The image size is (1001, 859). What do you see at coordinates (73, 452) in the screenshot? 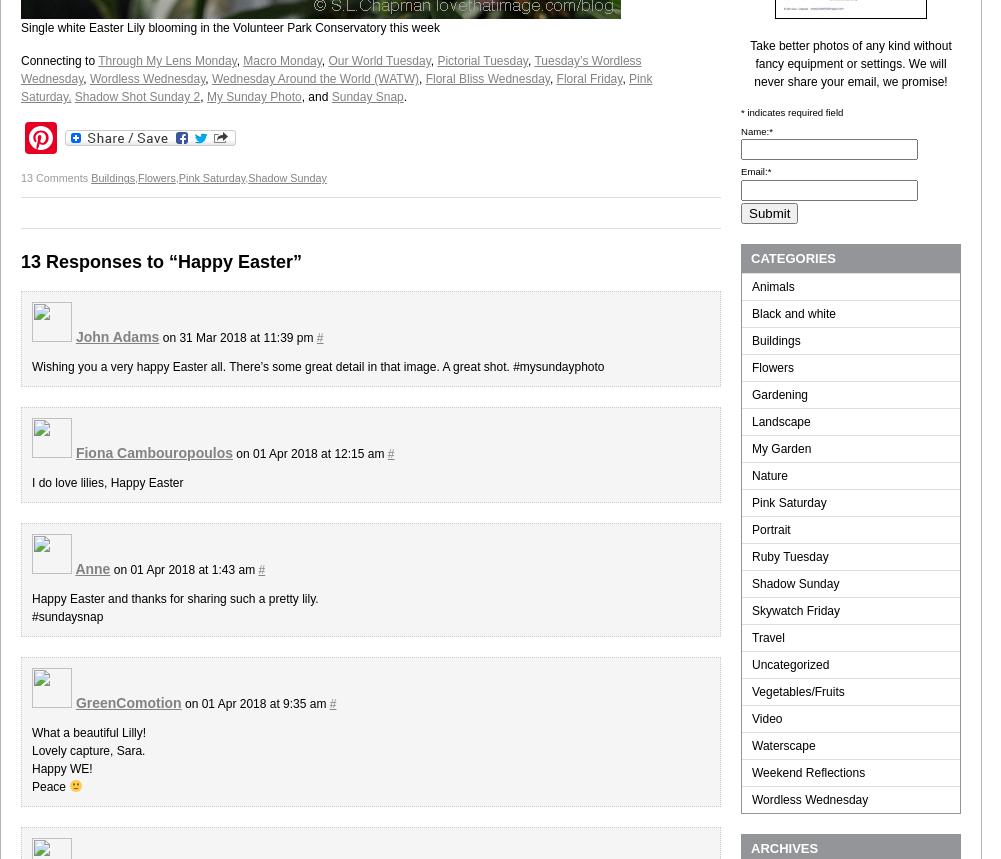
I see `'Fiona Cambouropoulos'` at bounding box center [73, 452].